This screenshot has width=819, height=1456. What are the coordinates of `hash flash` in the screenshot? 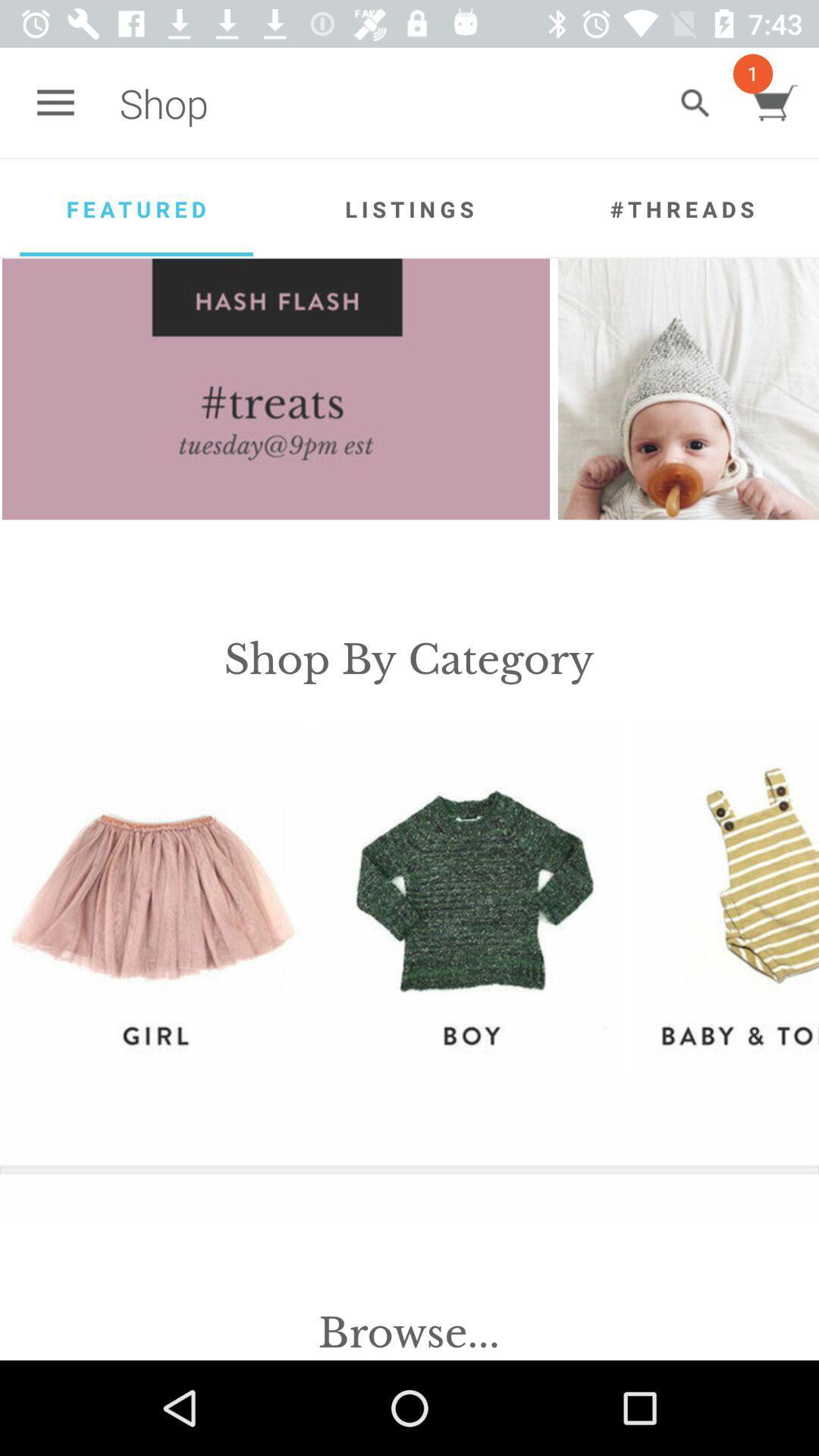 It's located at (276, 389).